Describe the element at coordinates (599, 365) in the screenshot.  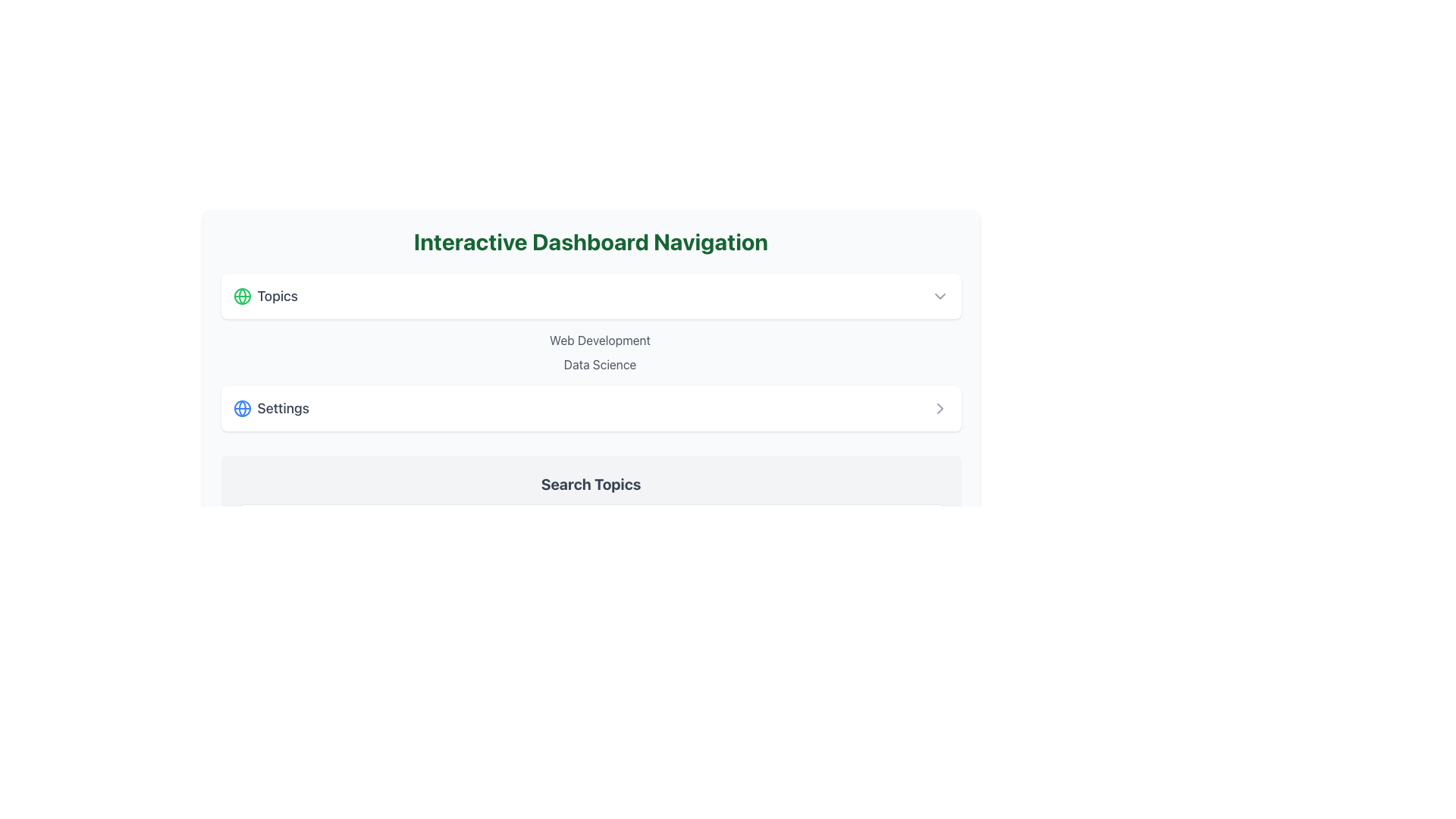
I see `the hyperlink located in the middle of the interface under the text 'Web Development'` at that location.